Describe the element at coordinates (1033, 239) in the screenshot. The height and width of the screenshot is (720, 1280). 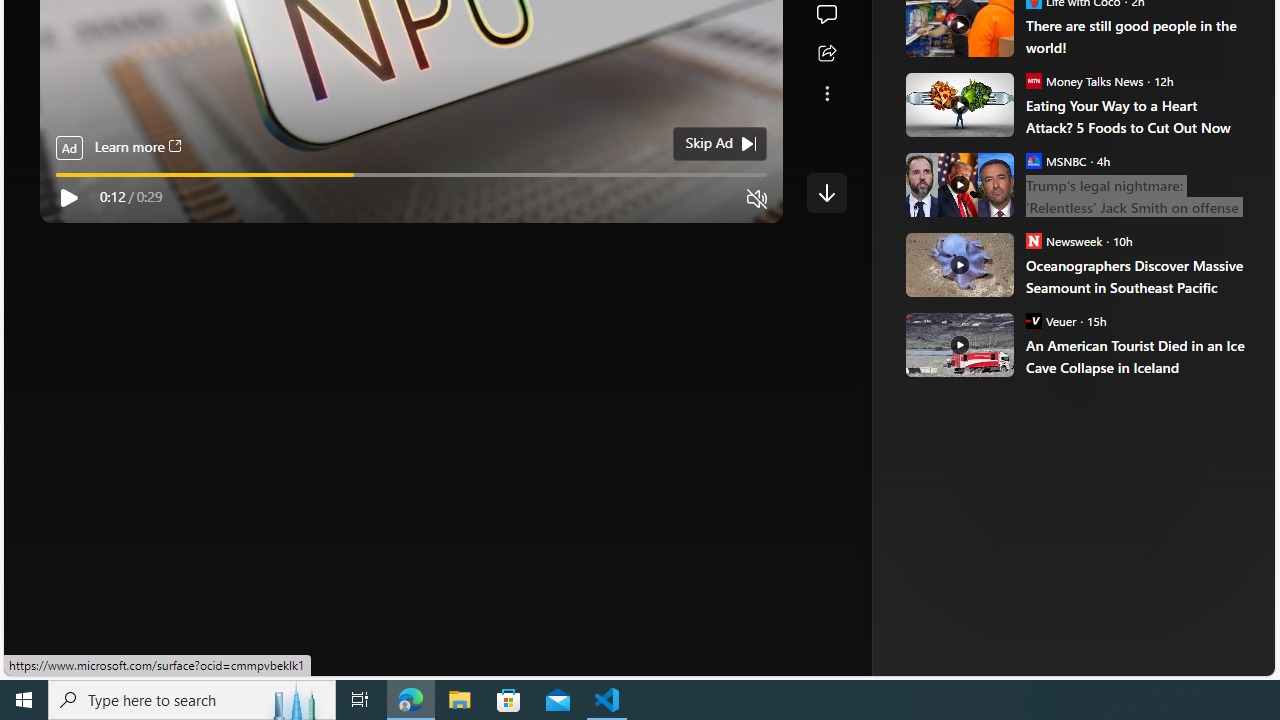
I see `'Newsweek'` at that location.